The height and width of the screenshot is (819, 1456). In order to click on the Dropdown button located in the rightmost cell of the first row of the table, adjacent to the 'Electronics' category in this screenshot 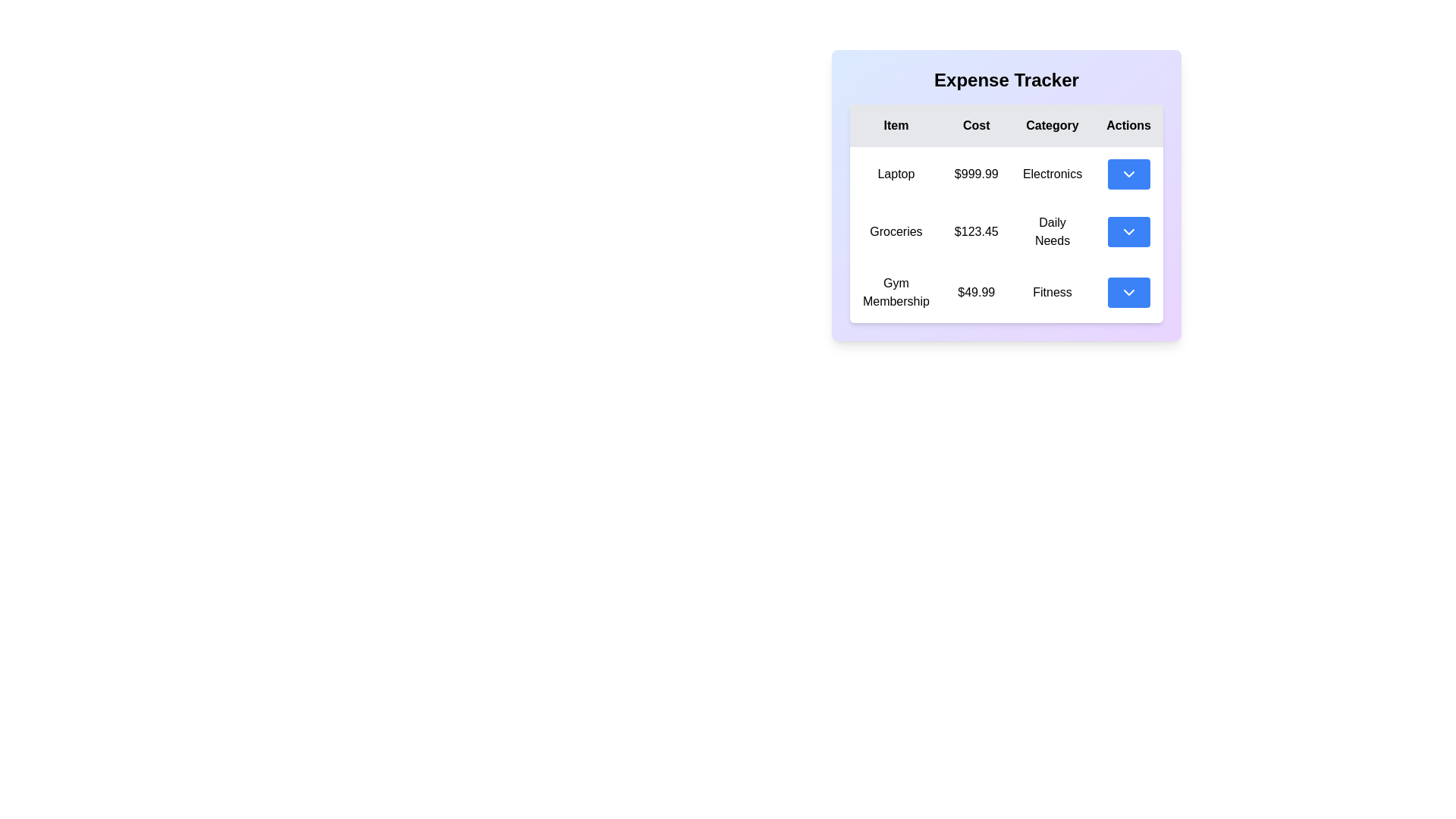, I will do `click(1128, 174)`.